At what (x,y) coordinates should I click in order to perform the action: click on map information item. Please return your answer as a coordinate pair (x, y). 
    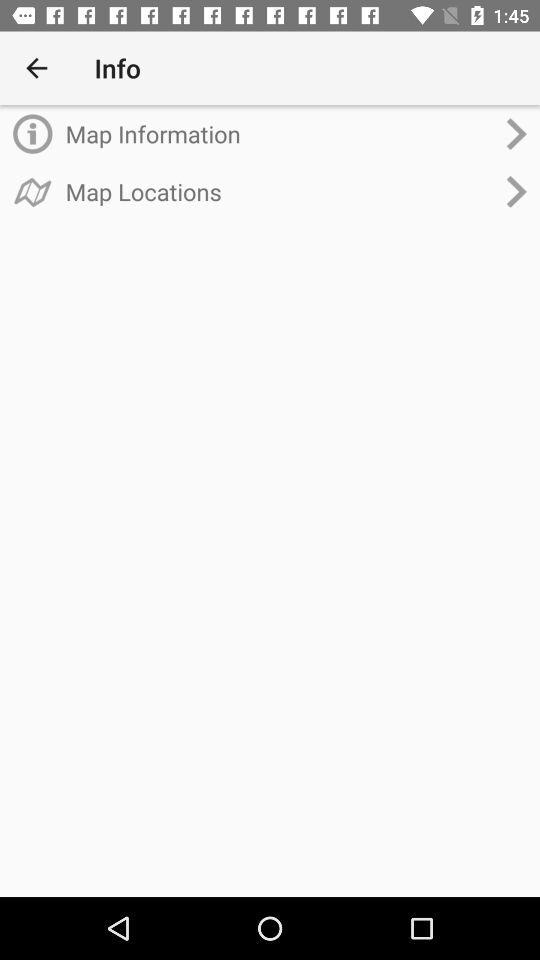
    Looking at the image, I should click on (278, 133).